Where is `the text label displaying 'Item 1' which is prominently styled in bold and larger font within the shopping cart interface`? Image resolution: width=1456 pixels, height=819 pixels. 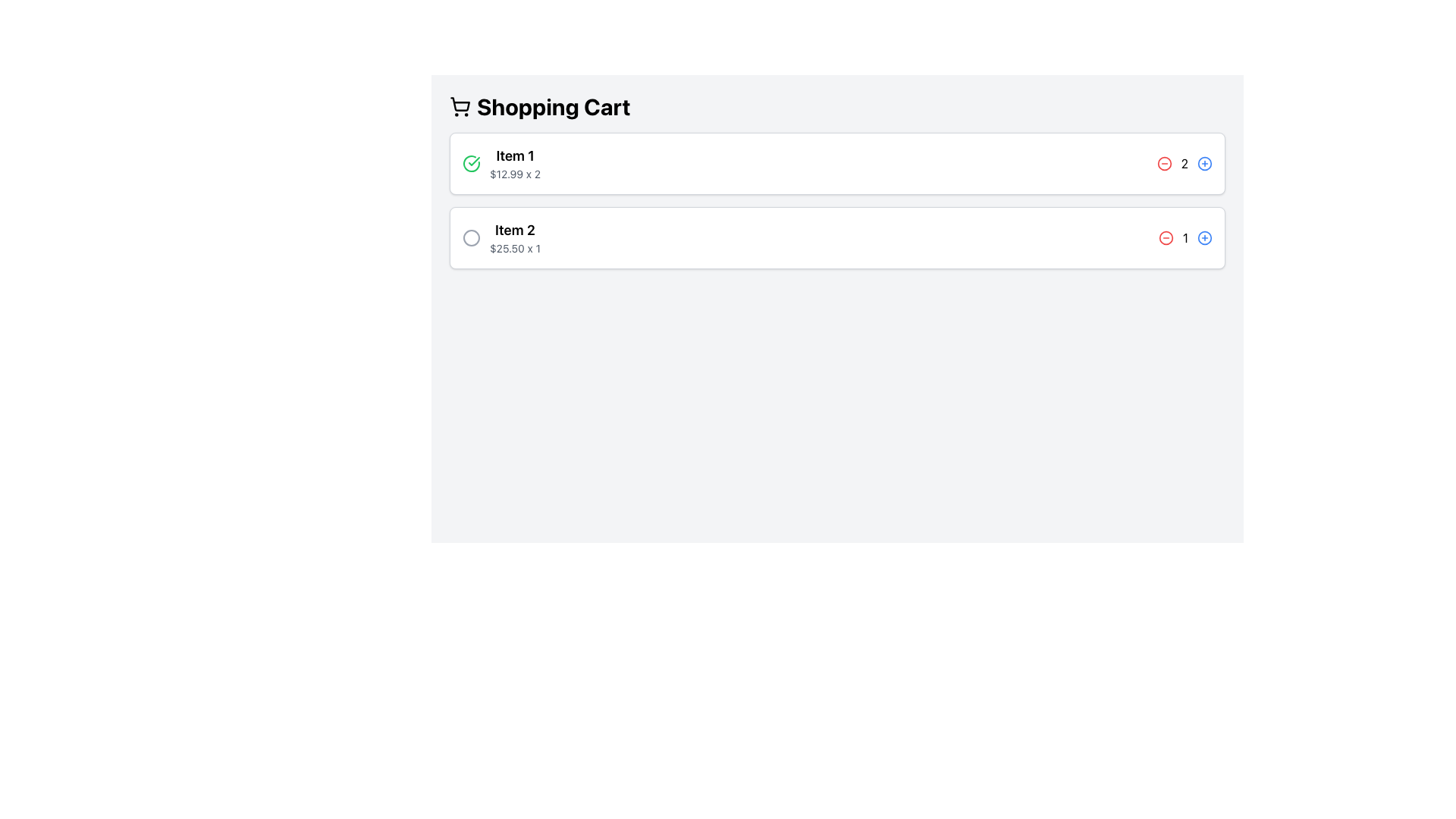 the text label displaying 'Item 1' which is prominently styled in bold and larger font within the shopping cart interface is located at coordinates (515, 155).